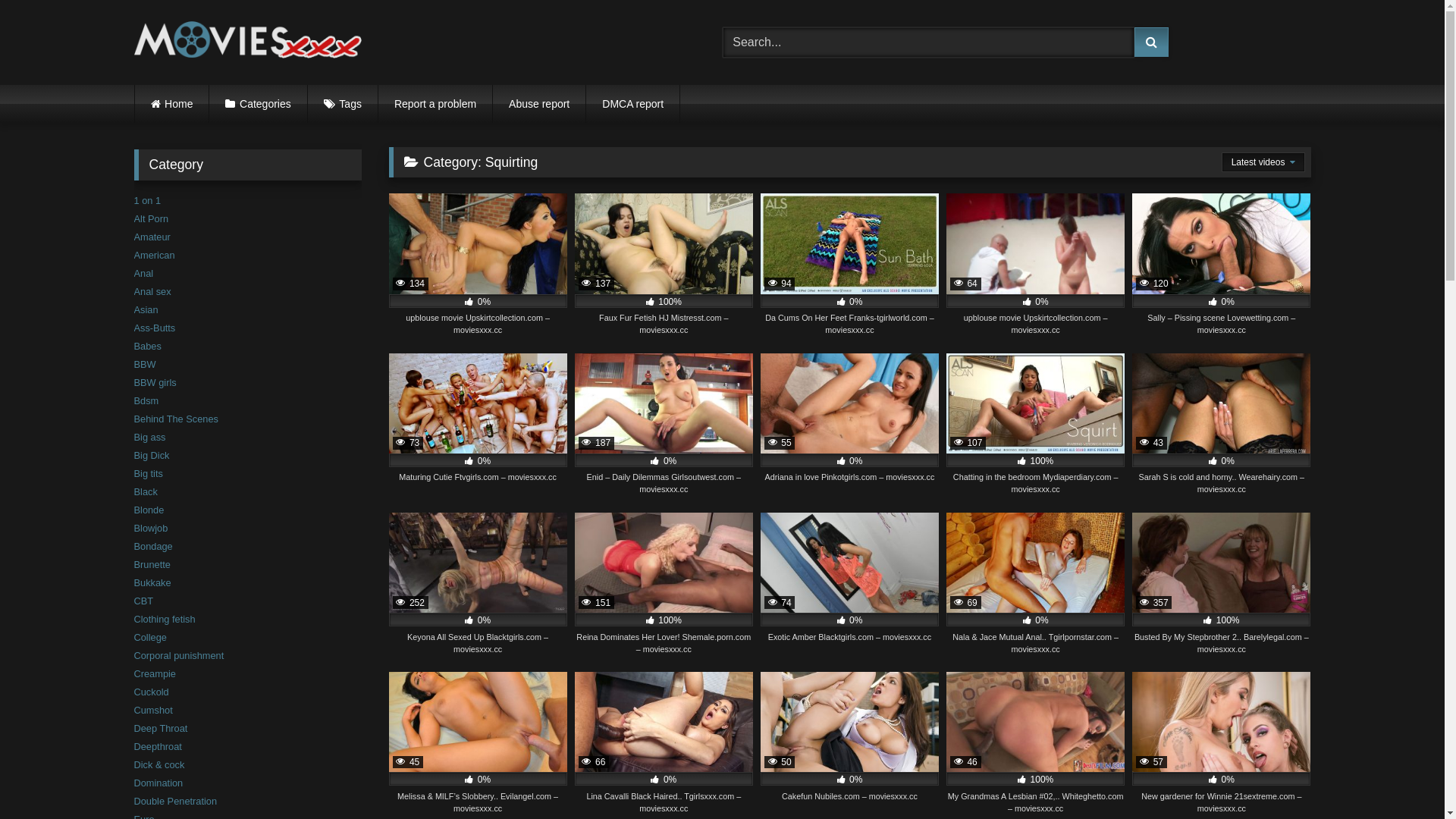 This screenshot has width=1456, height=819. I want to click on 'Alt Porn', so click(150, 218).